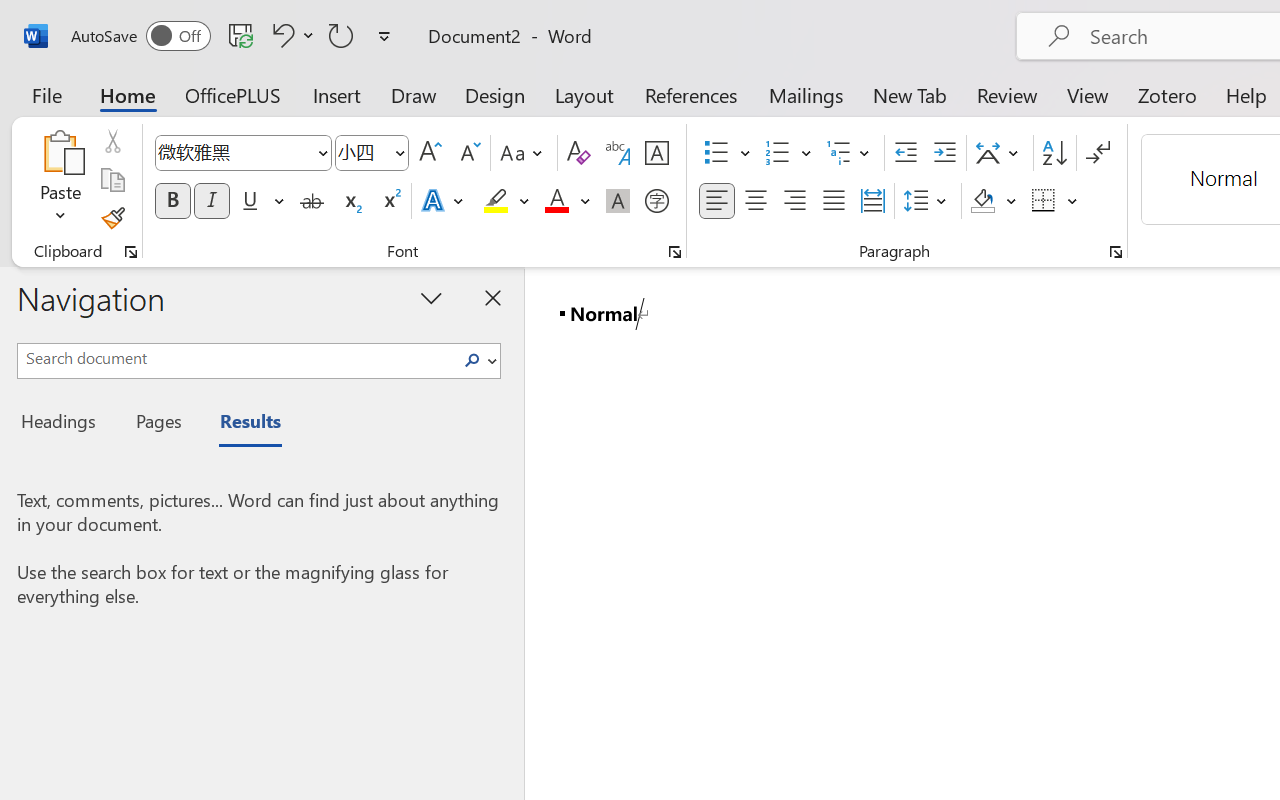  Describe the element at coordinates (656, 153) in the screenshot. I see `'Character Border'` at that location.